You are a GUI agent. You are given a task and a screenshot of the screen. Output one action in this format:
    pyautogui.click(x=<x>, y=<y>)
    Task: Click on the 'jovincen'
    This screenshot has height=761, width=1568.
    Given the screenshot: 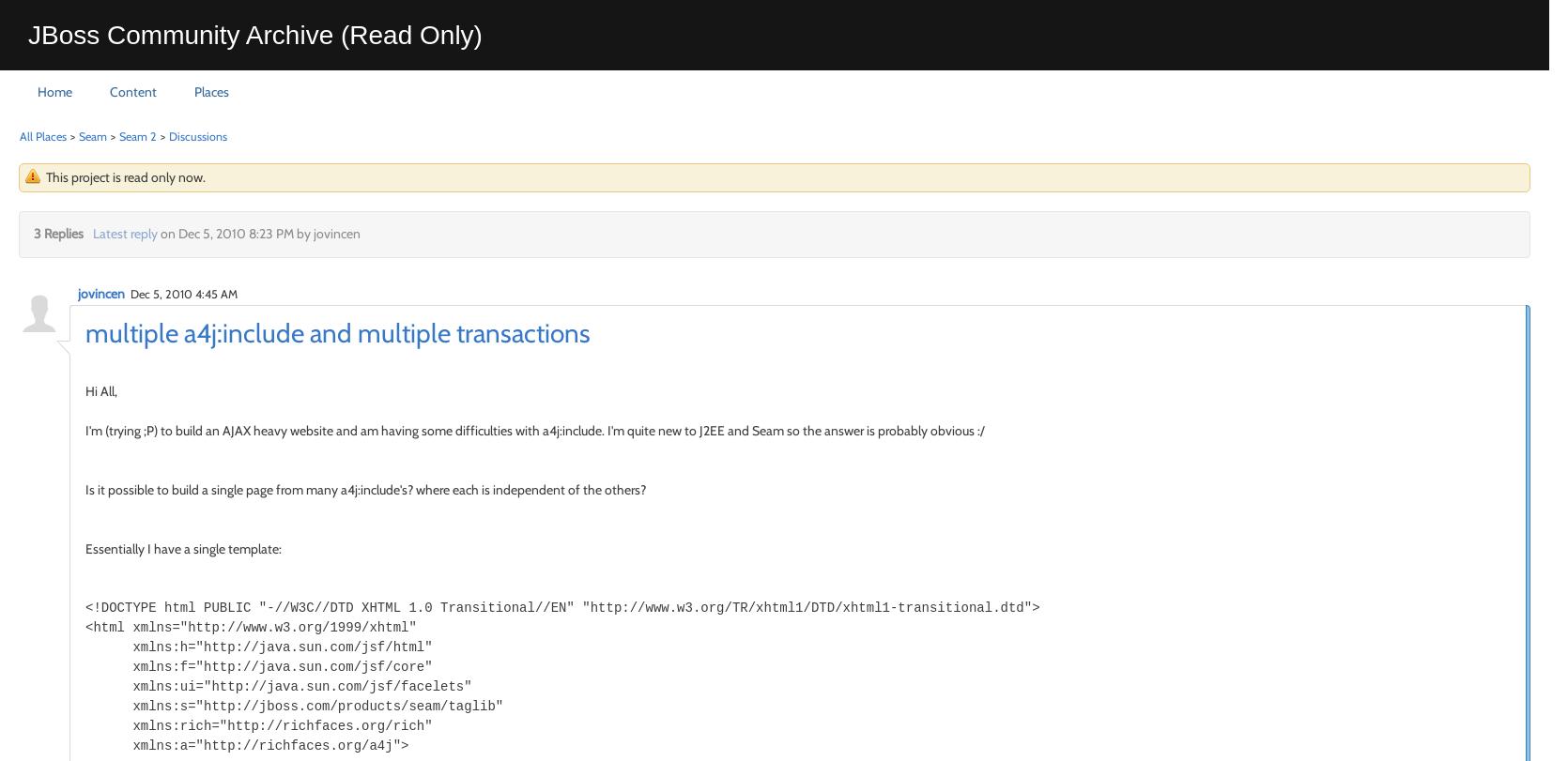 What is the action you would take?
    pyautogui.click(x=100, y=292)
    